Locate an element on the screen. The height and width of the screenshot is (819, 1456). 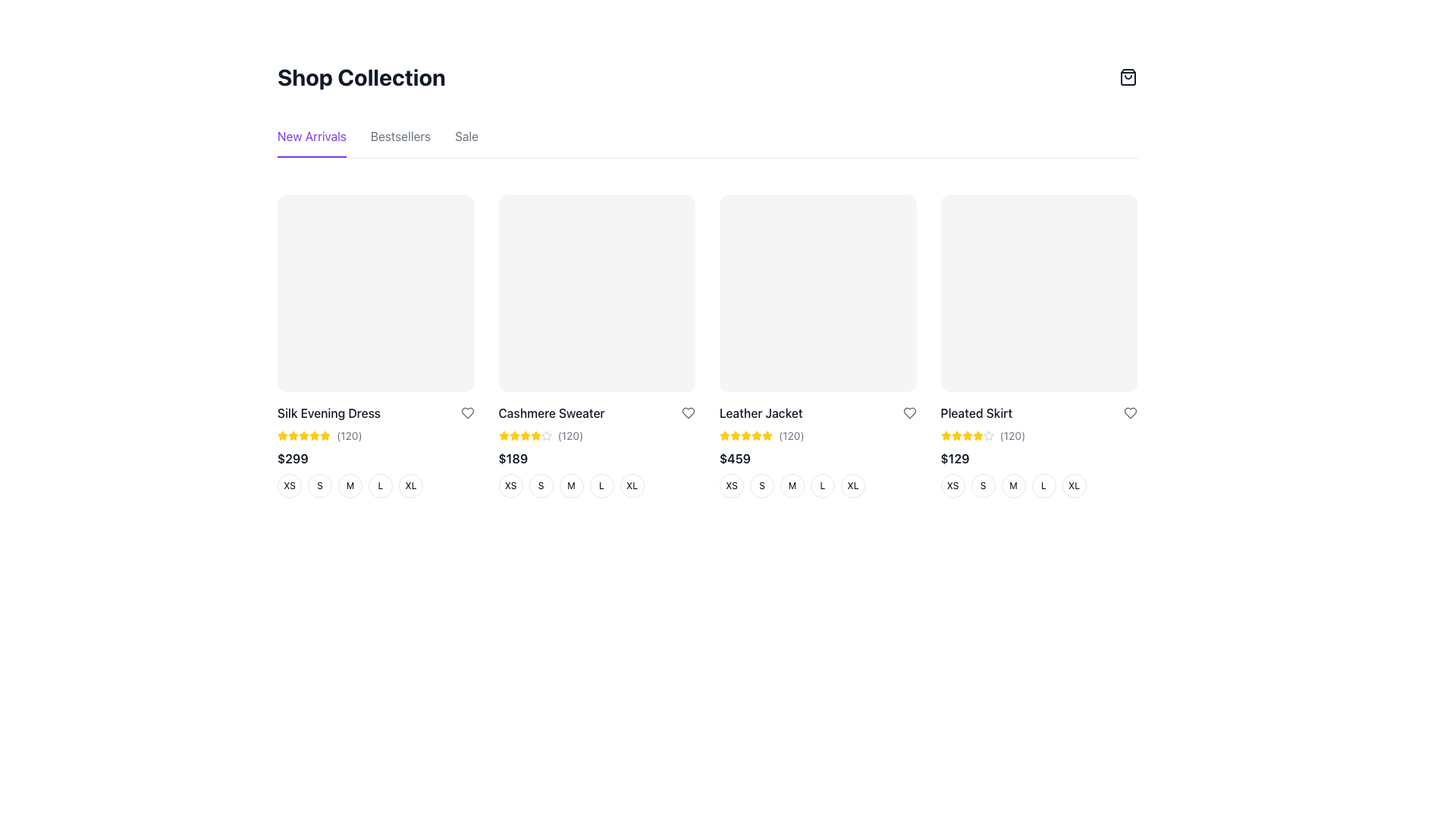
the first rating star icon for the 'Silk Evening Dress', which is a yellow star-shaped icon indicating a selected rating is located at coordinates (293, 435).